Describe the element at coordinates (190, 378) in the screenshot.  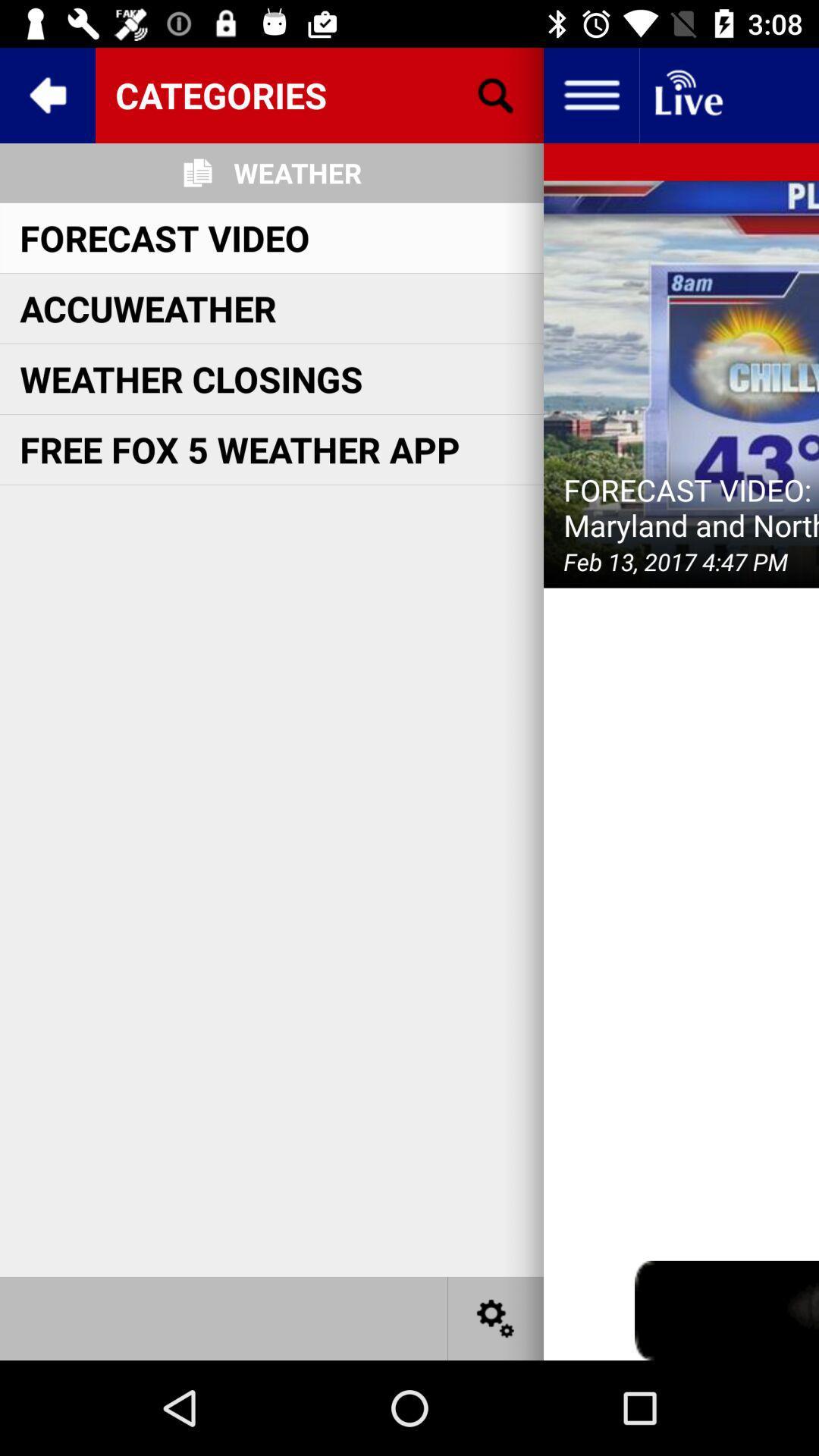
I see `the weather closings item` at that location.